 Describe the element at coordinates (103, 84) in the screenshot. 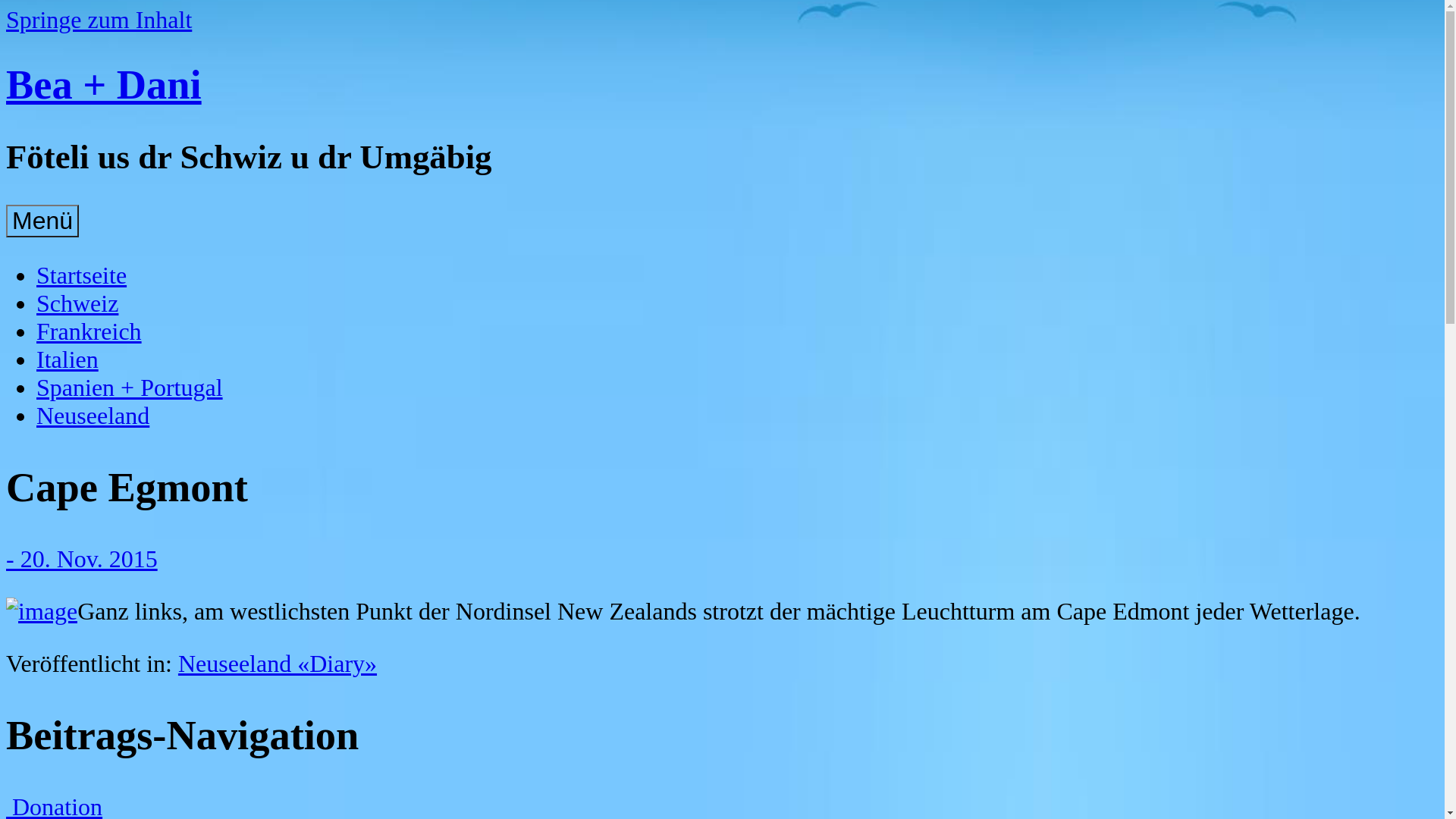

I see `'Bea + Dani'` at that location.